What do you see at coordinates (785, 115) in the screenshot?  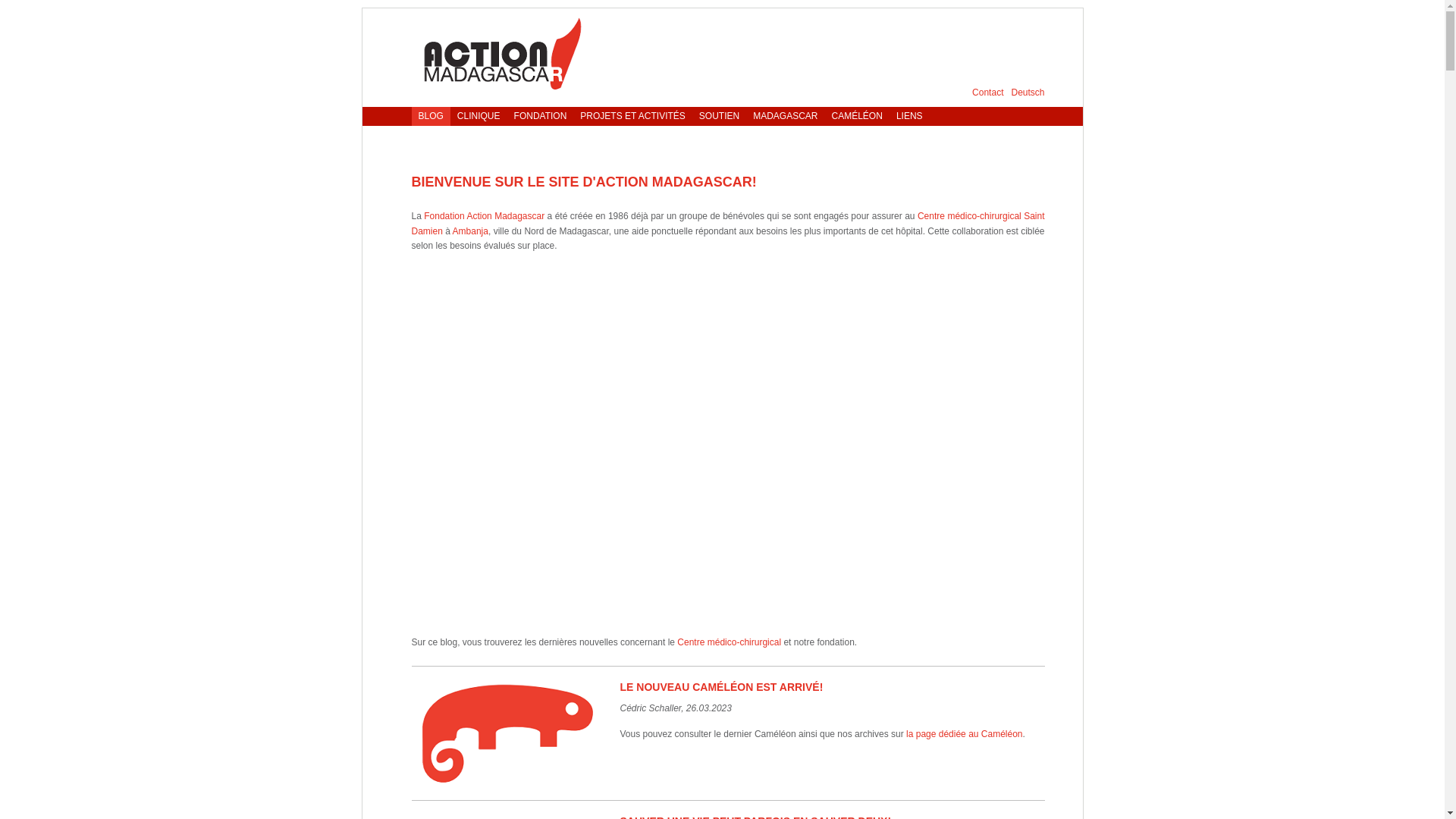 I see `'MADAGASCAR'` at bounding box center [785, 115].